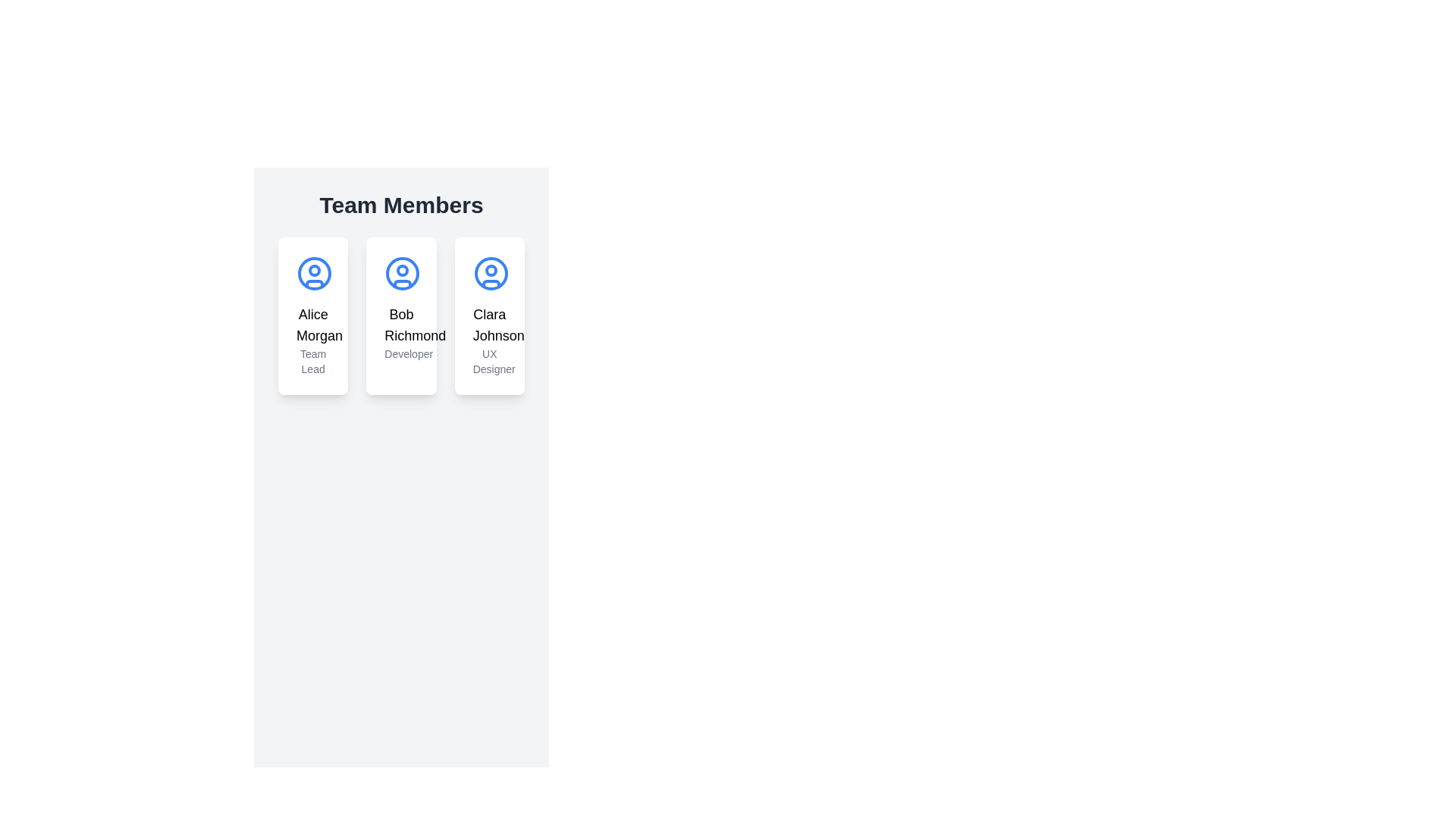 The height and width of the screenshot is (819, 1456). I want to click on the avatar icon representing the user 'Bob Richmond', located in the middle card under the 'Team Members' title, so click(403, 274).